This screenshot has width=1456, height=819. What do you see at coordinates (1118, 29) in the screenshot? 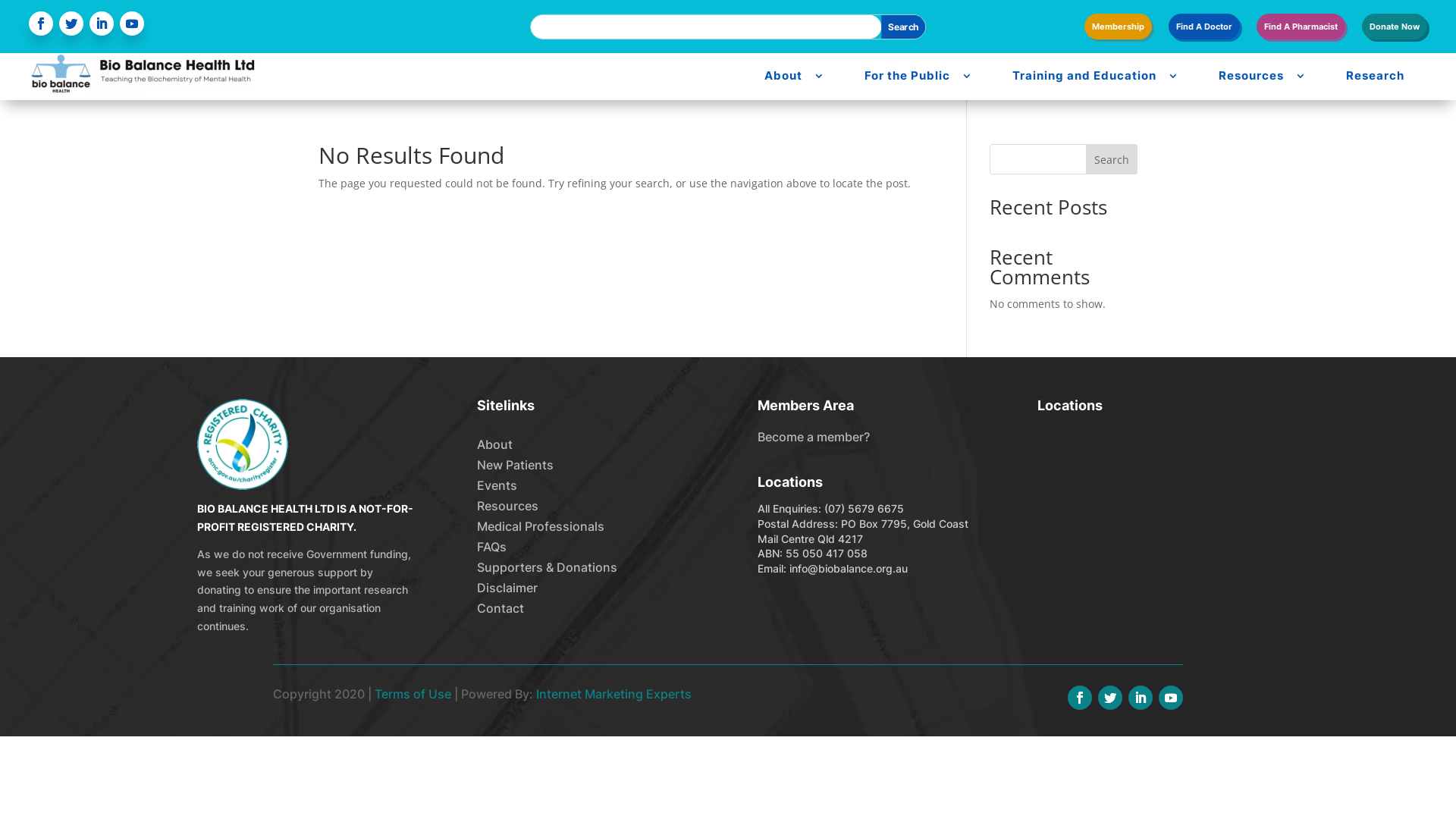
I see `'Membership'` at bounding box center [1118, 29].